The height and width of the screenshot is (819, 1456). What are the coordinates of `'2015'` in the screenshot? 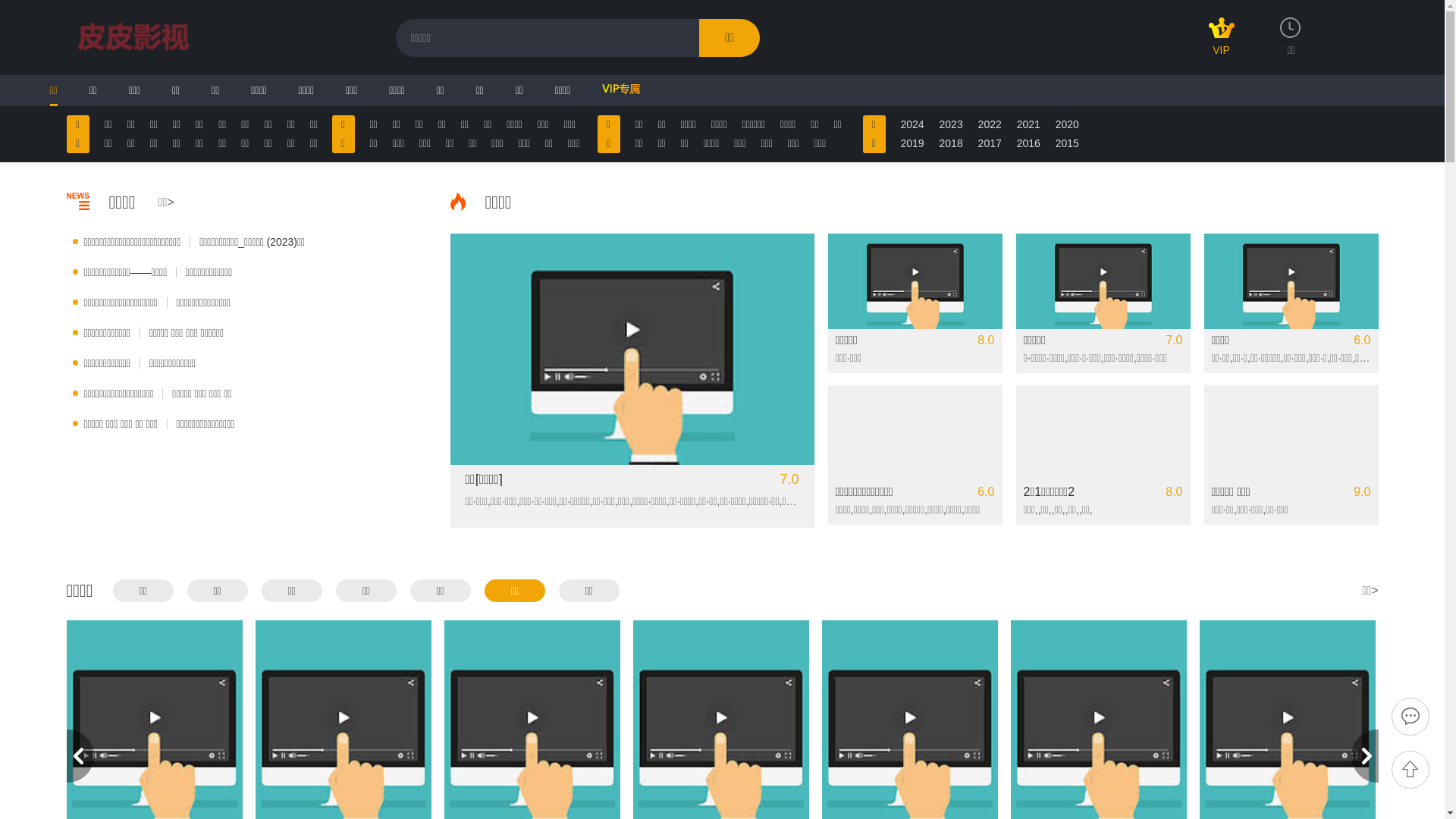 It's located at (1066, 143).